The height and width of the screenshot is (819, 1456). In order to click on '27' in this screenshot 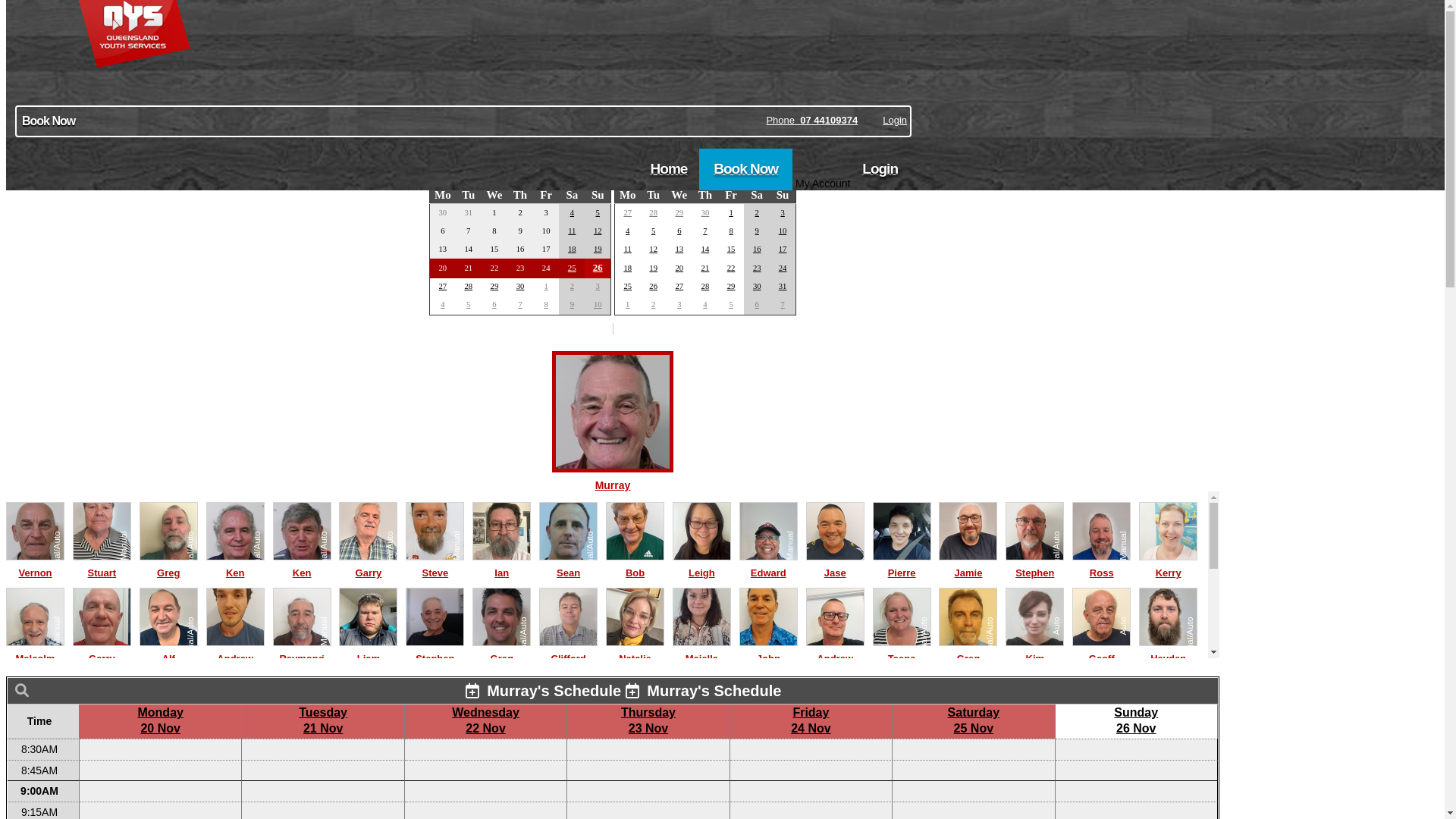, I will do `click(678, 286)`.